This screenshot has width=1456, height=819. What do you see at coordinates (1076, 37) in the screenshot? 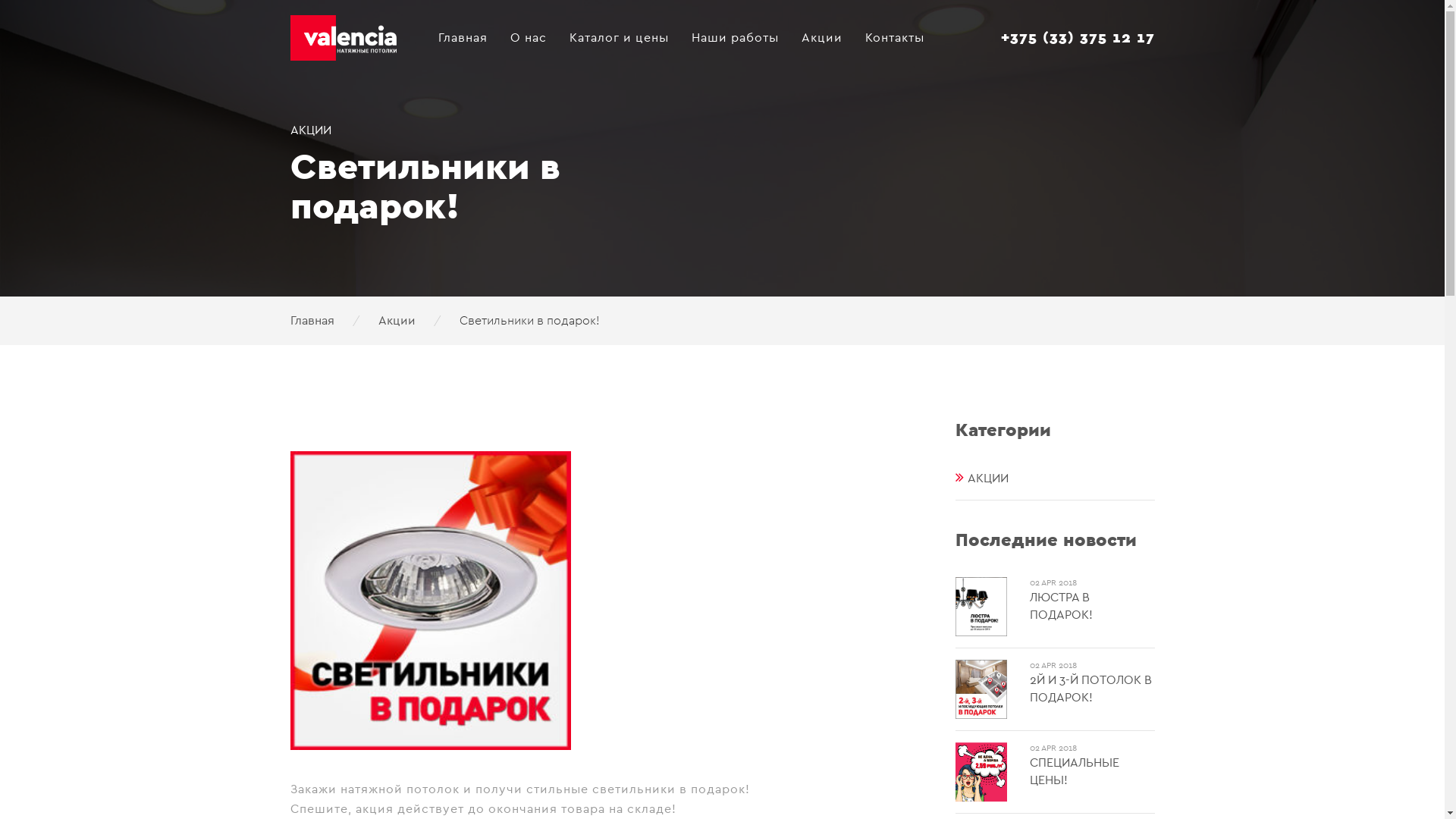
I see `'+375 (33) 375 12 17'` at bounding box center [1076, 37].